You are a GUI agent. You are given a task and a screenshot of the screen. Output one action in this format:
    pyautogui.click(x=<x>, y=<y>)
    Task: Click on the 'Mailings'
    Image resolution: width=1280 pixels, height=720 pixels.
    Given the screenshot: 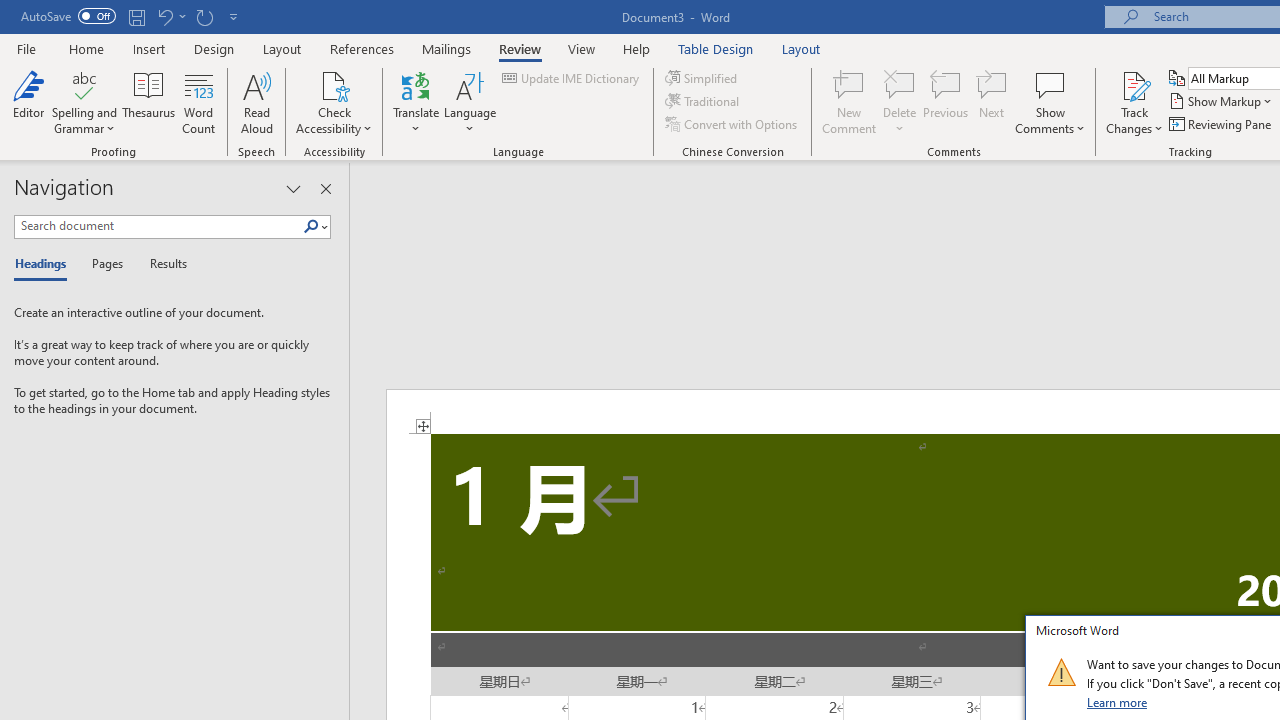 What is the action you would take?
    pyautogui.click(x=446, y=48)
    